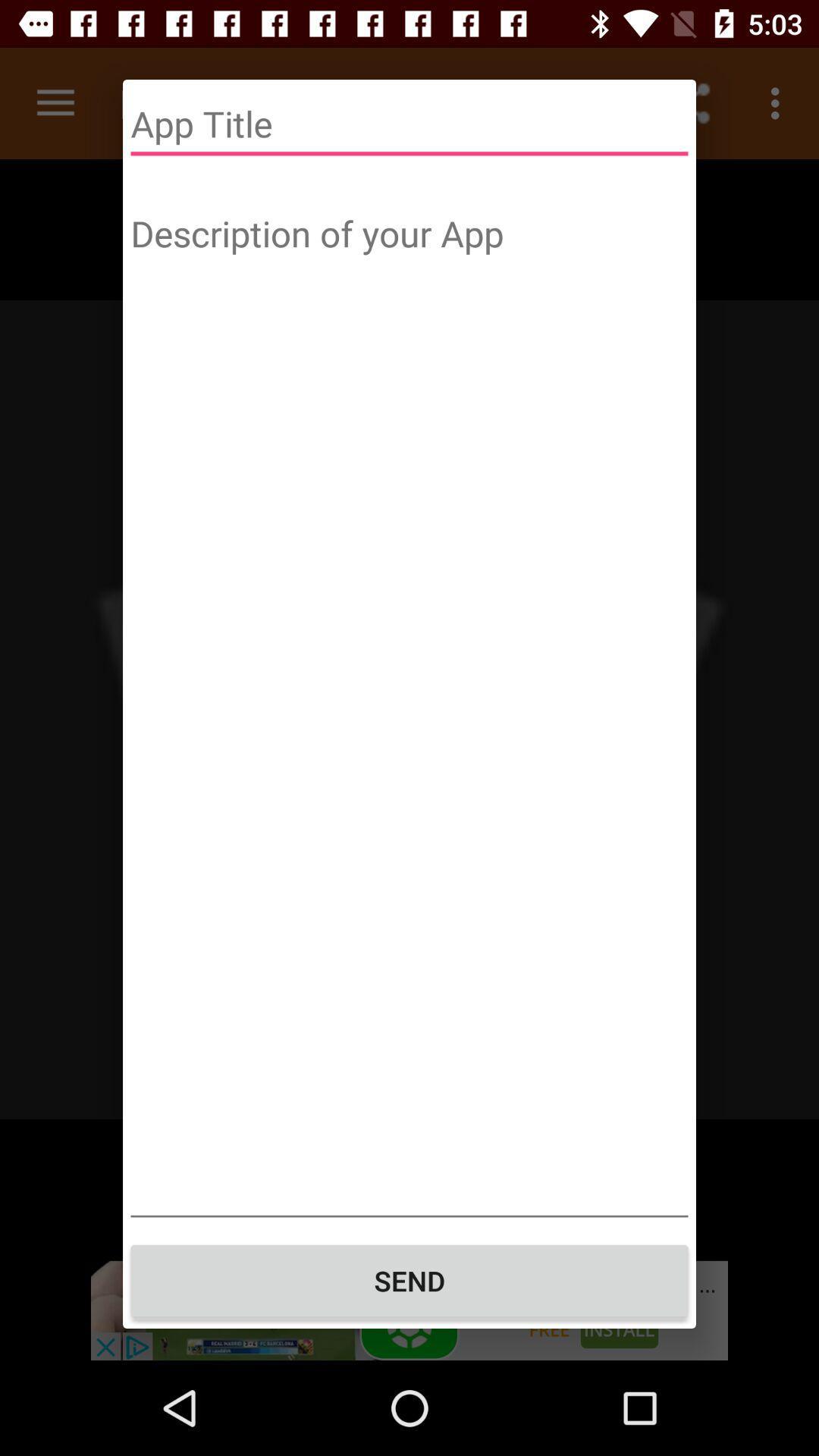  Describe the element at coordinates (409, 710) in the screenshot. I see `description of your app text box` at that location.